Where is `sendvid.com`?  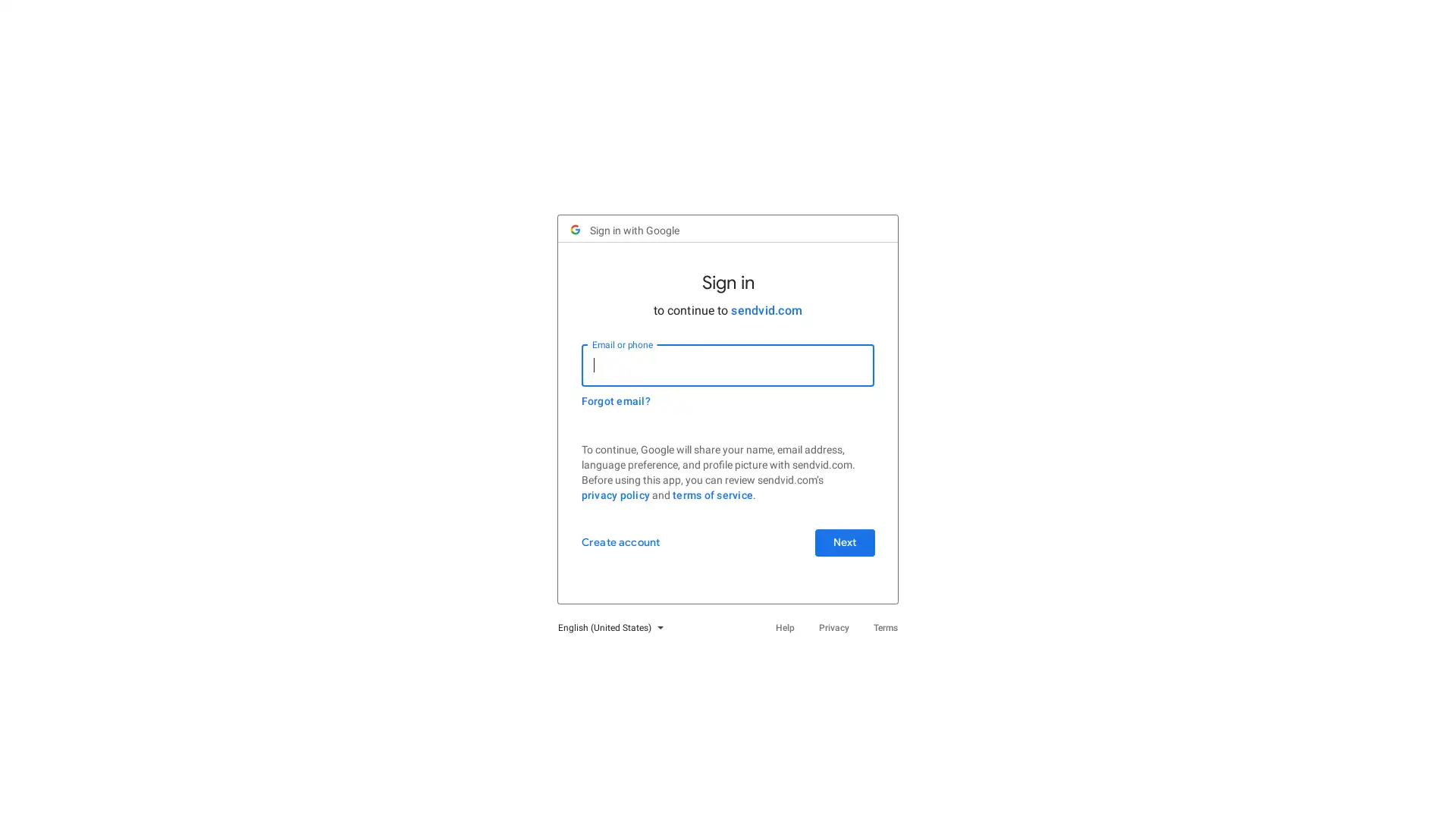
sendvid.com is located at coordinates (767, 315).